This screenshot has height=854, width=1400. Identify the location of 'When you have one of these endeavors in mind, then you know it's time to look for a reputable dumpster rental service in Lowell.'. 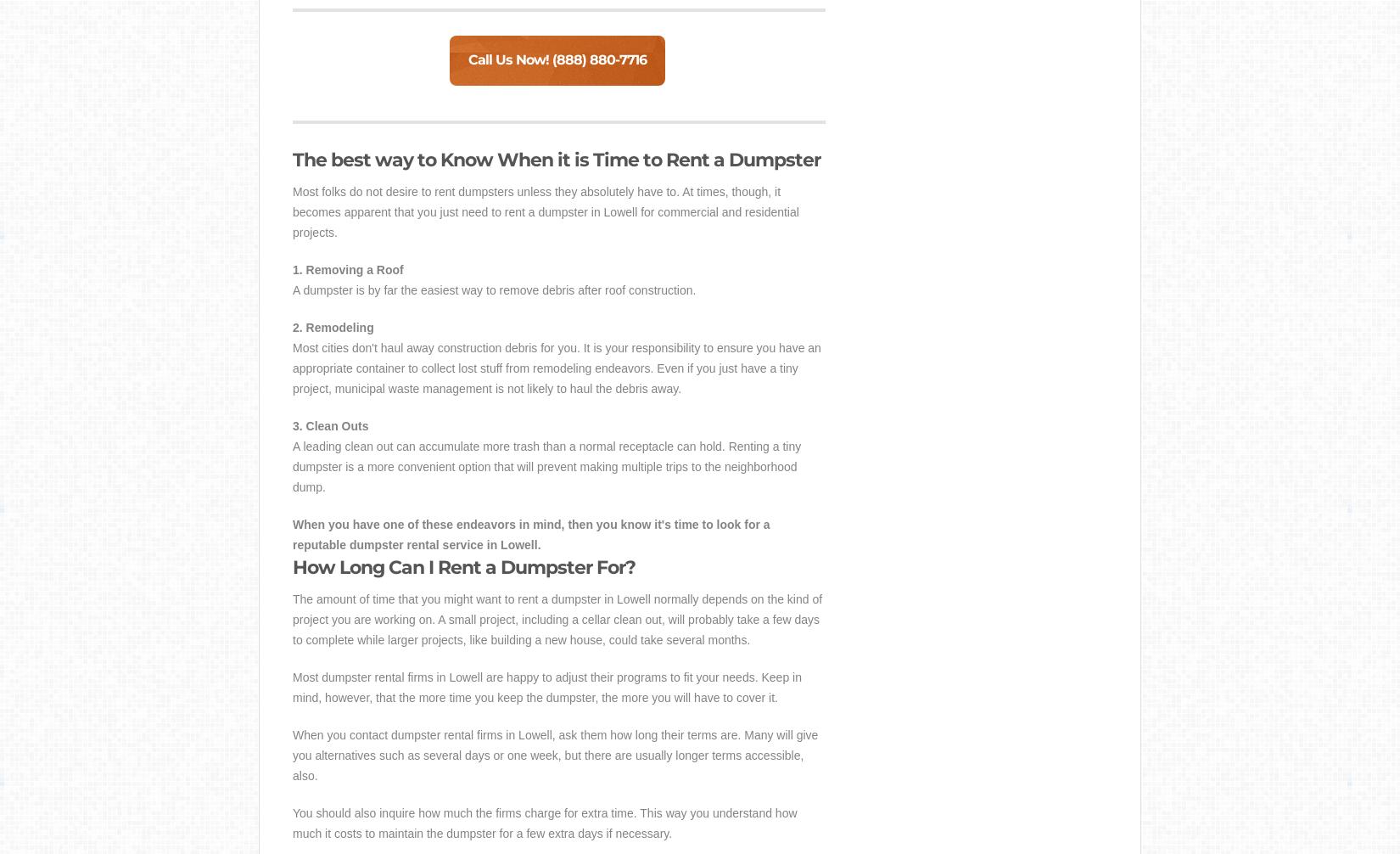
(530, 534).